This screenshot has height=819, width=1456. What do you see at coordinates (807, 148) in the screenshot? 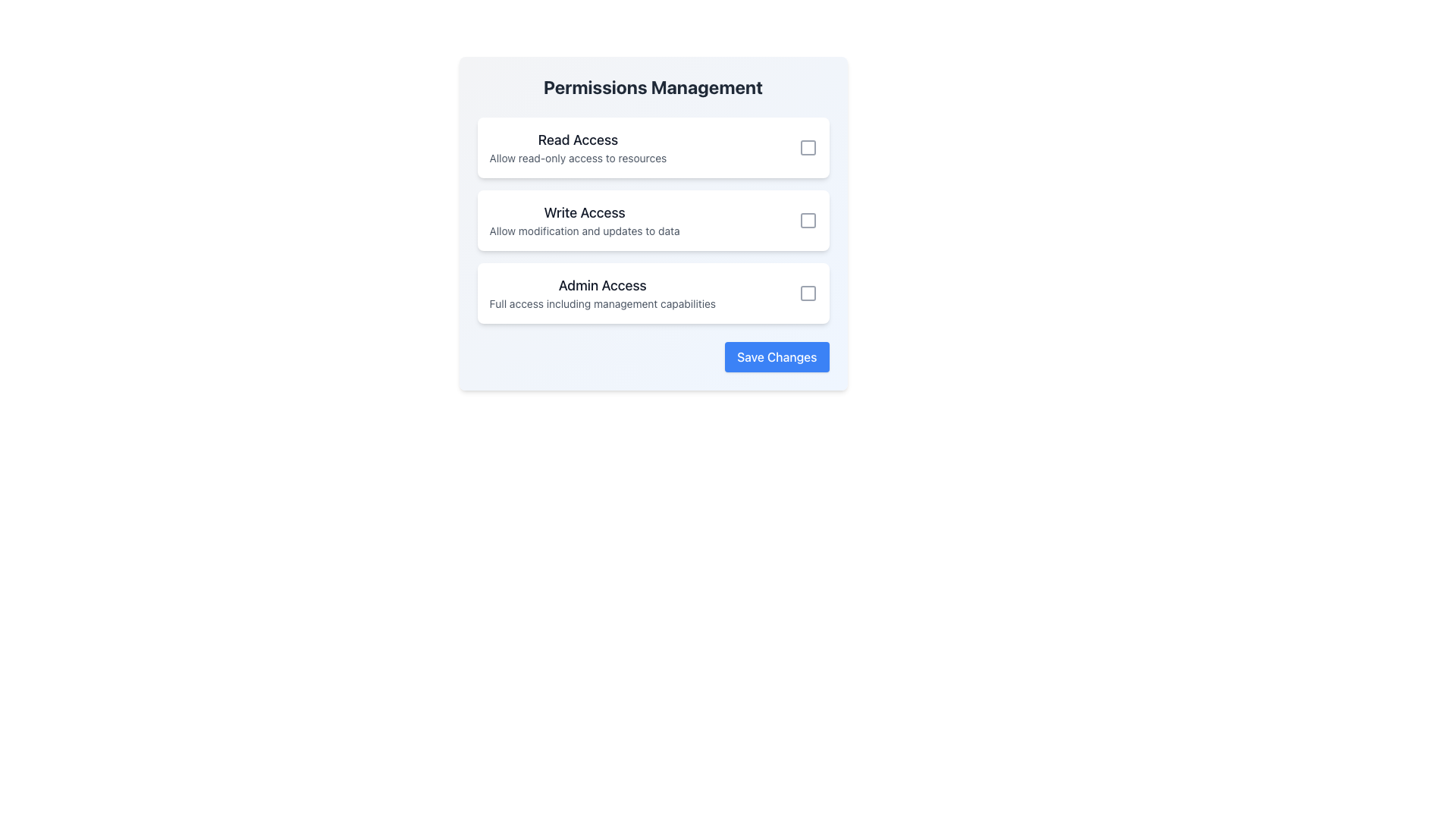
I see `the Checkbox Indicator located in the 'Read Access' section` at bounding box center [807, 148].